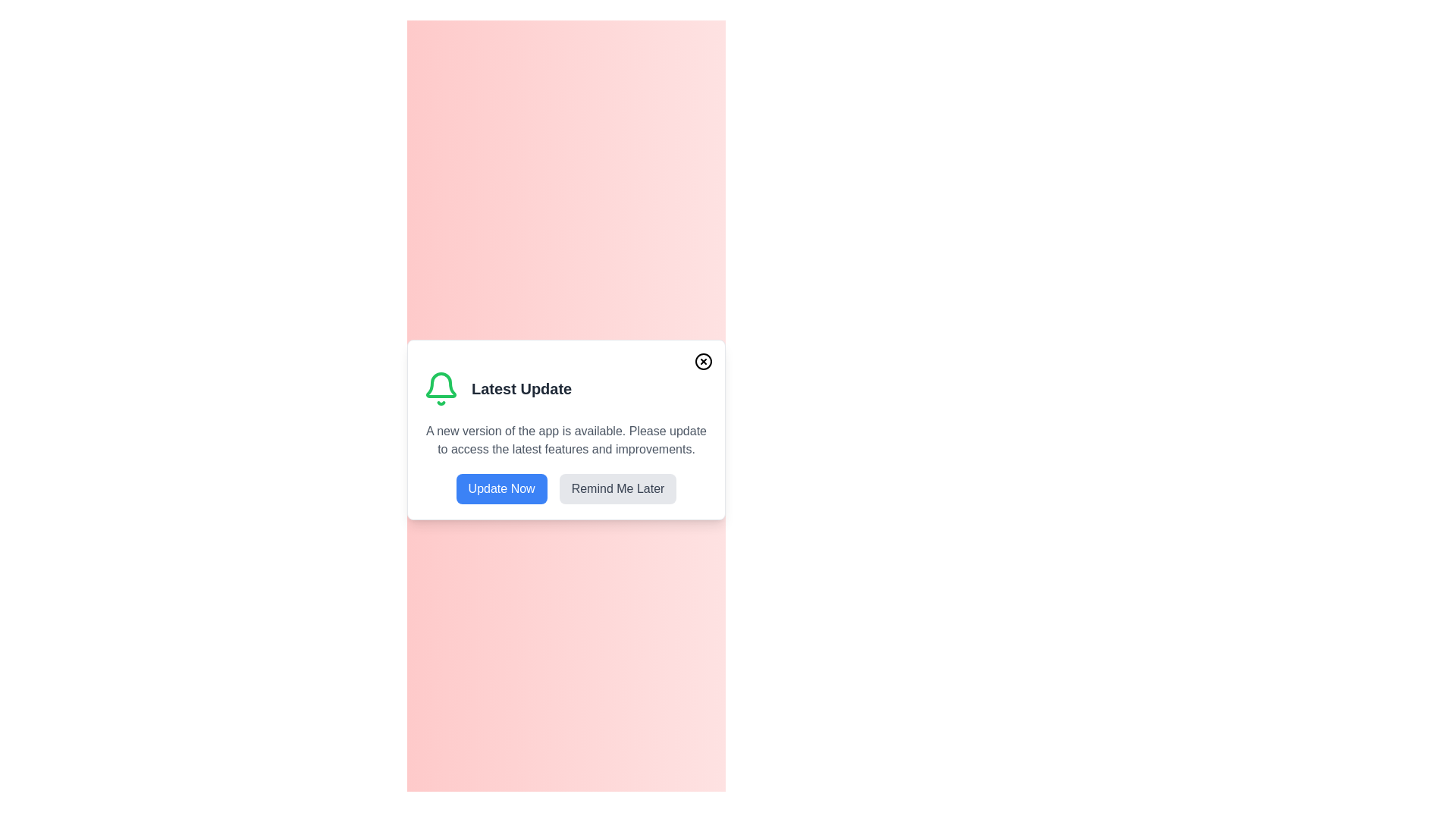  What do you see at coordinates (618, 488) in the screenshot?
I see `the 'Remind Me Later' button` at bounding box center [618, 488].